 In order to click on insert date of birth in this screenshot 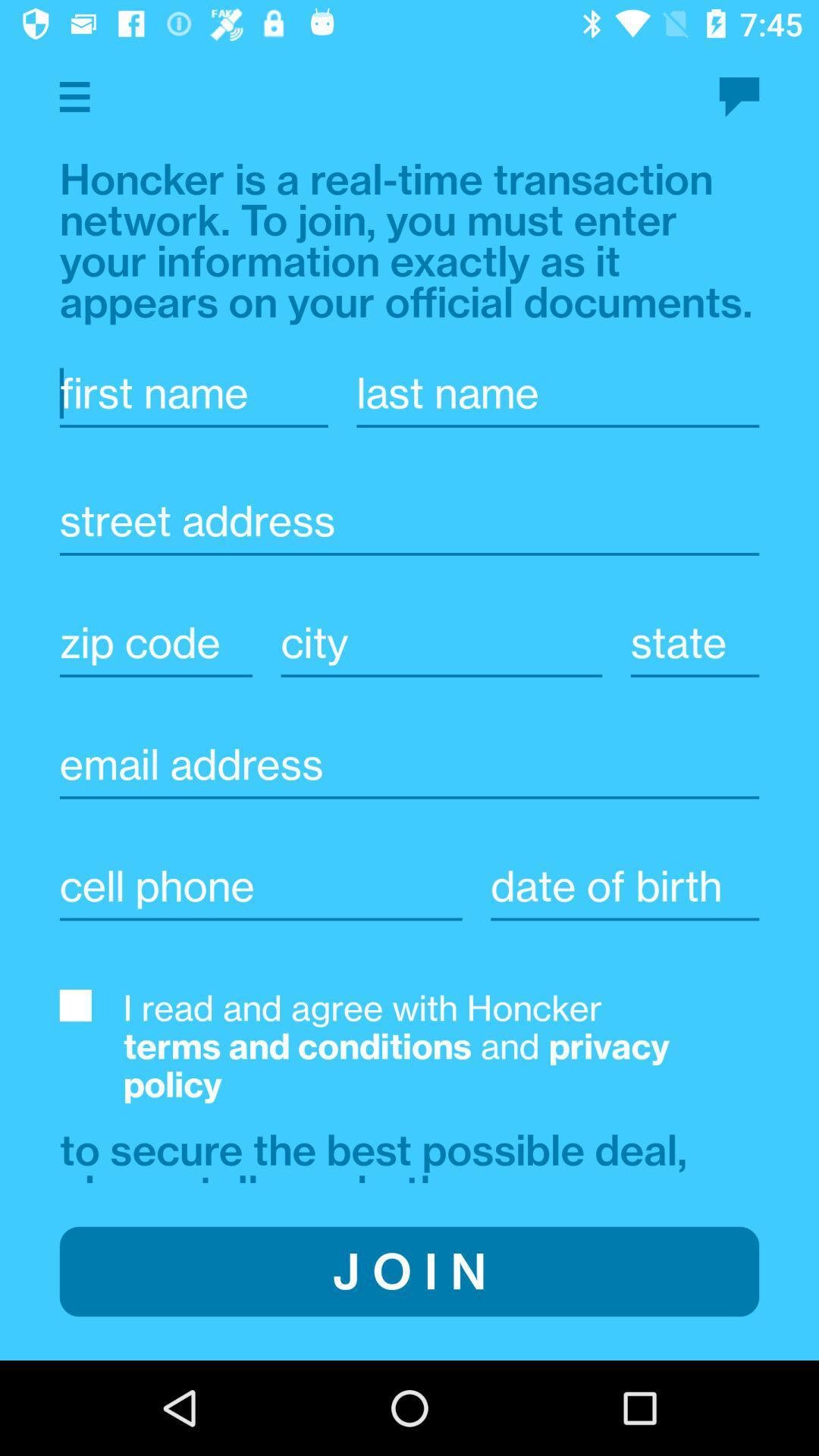, I will do `click(625, 886)`.